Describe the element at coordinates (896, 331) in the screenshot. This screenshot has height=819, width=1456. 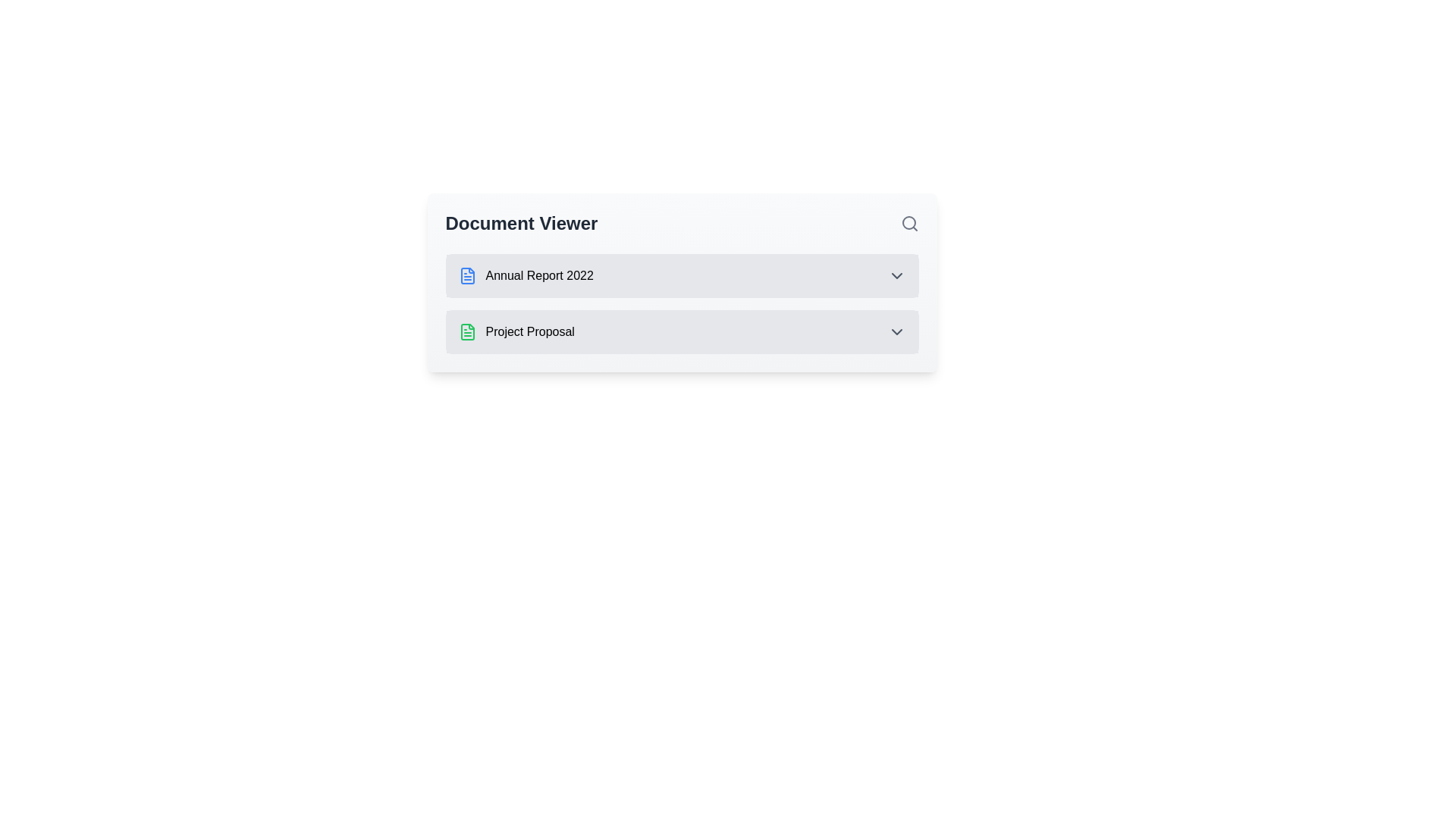
I see `the downward-facing chevron icon located at the right side of the 'Project Proposal' row in the 'Document Viewer' interface` at that location.